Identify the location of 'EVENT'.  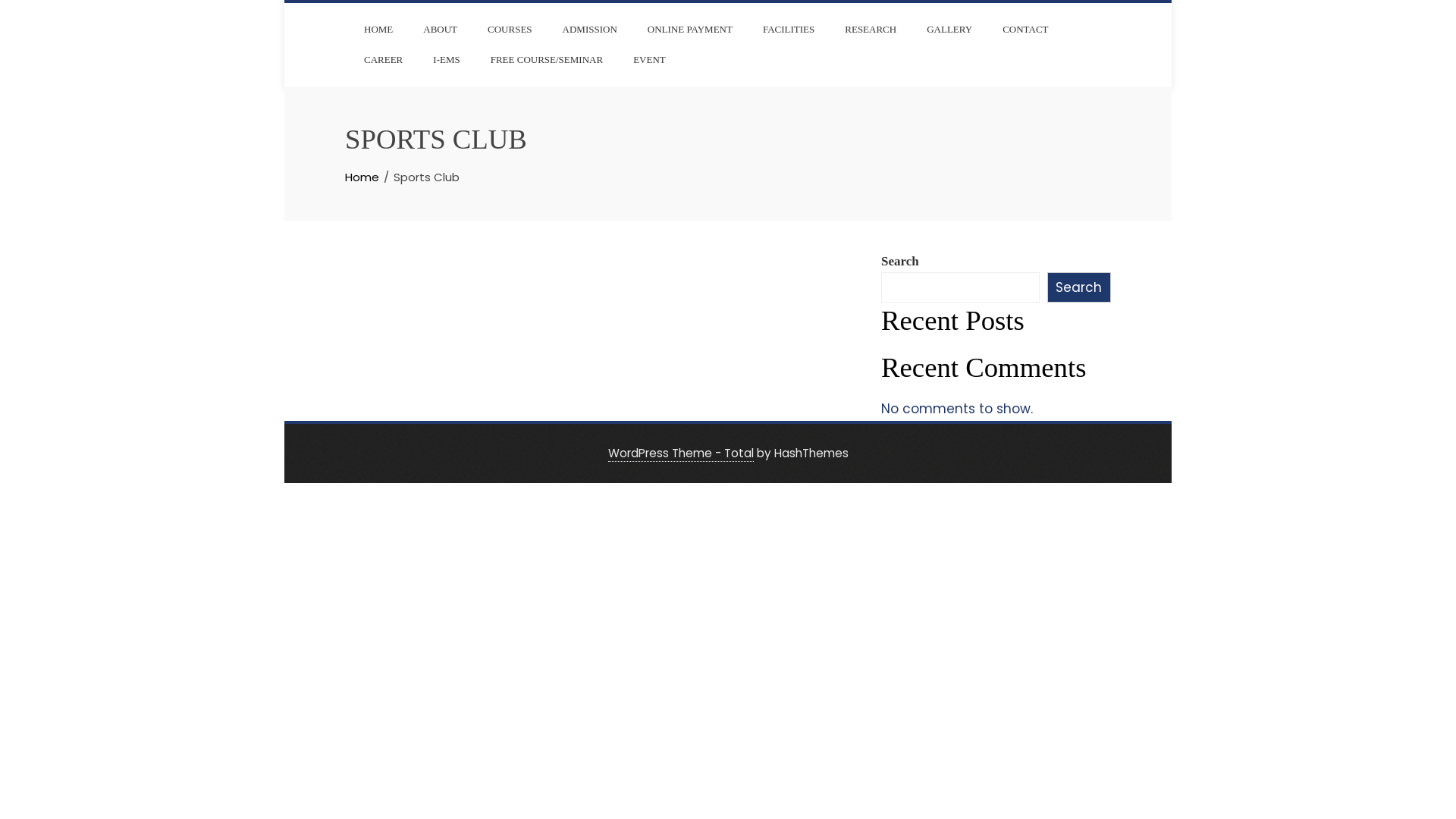
(649, 58).